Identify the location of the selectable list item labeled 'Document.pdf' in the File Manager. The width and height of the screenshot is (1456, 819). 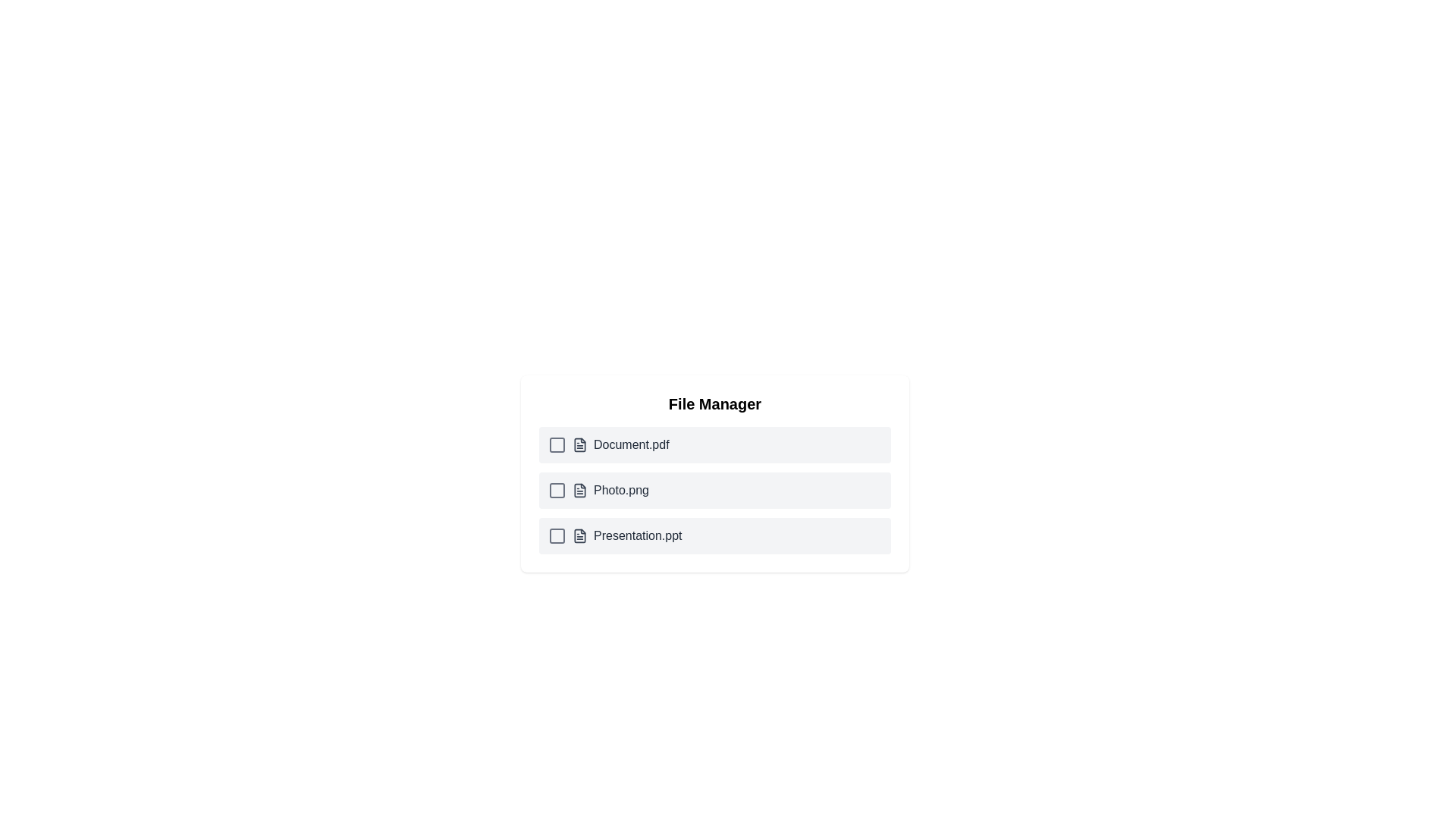
(714, 444).